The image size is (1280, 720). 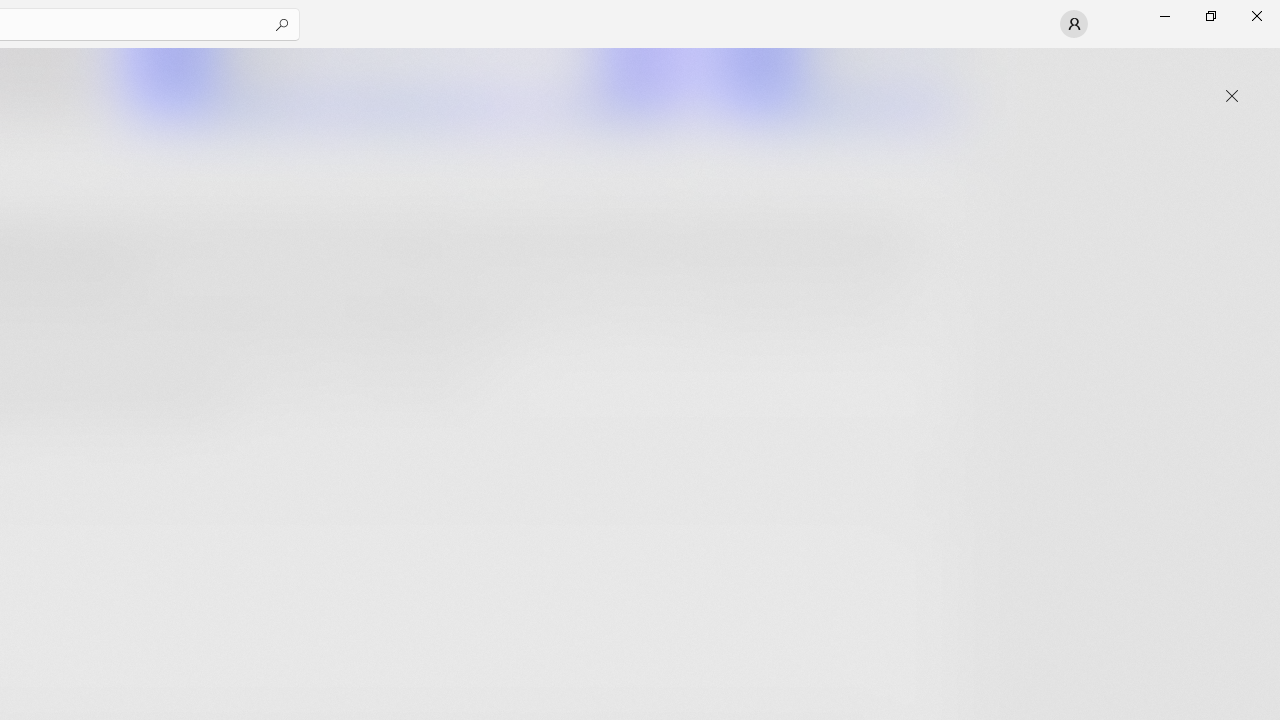 What do you see at coordinates (1231, 96) in the screenshot?
I see `'close popup window'` at bounding box center [1231, 96].